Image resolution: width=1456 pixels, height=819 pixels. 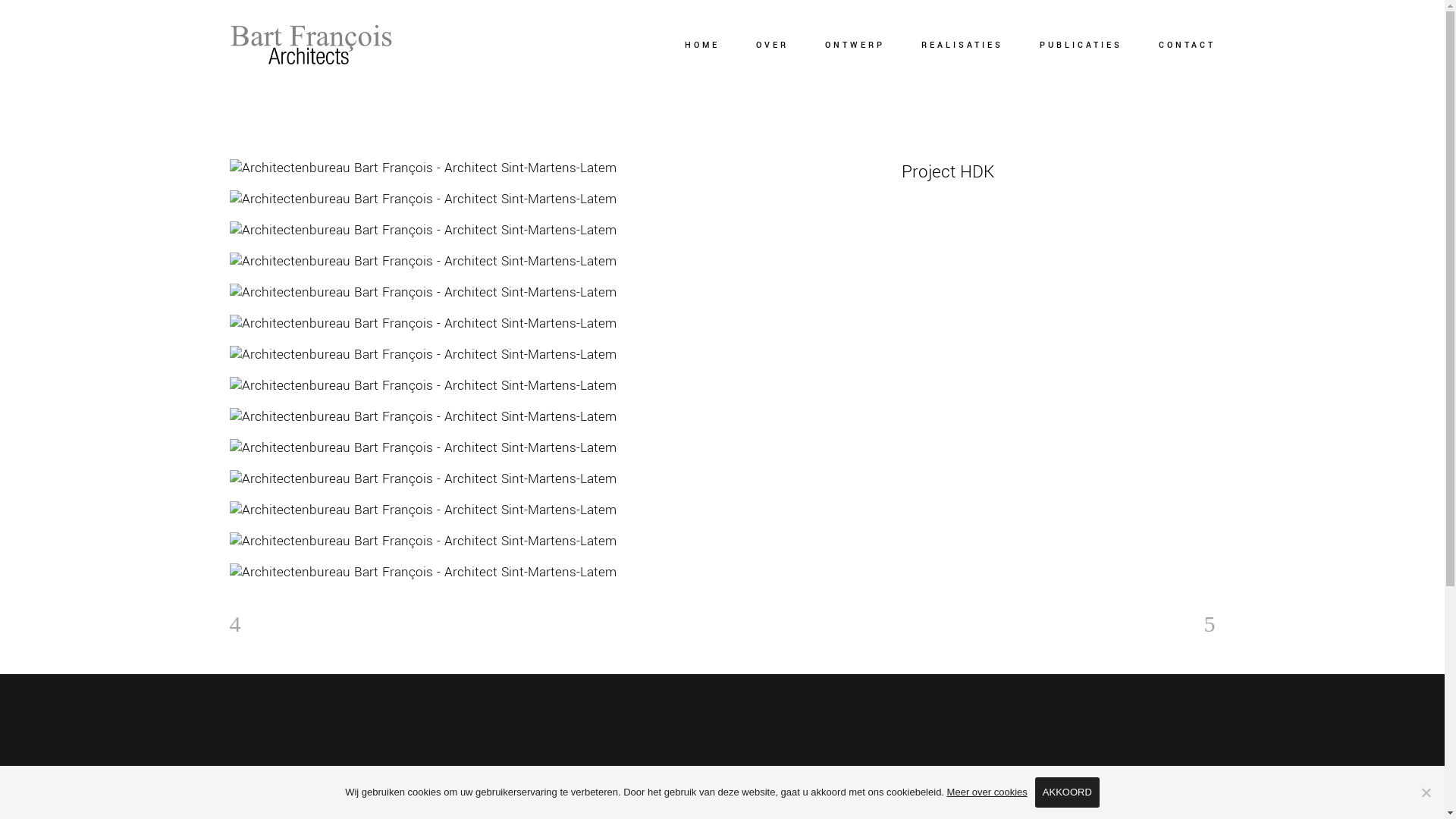 I want to click on 'HOME', so click(x=701, y=45).